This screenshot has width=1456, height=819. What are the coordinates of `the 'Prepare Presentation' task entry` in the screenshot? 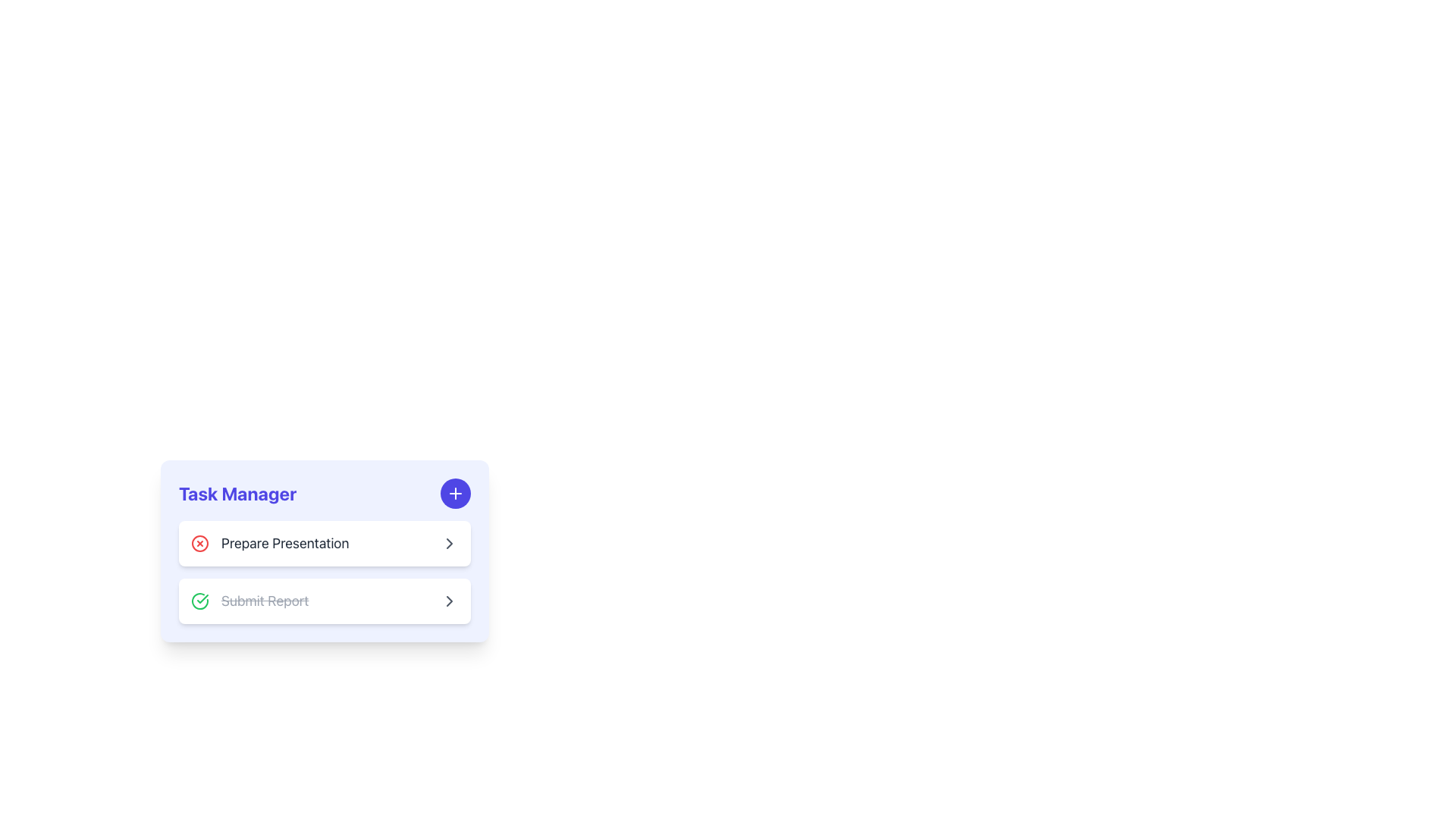 It's located at (324, 543).